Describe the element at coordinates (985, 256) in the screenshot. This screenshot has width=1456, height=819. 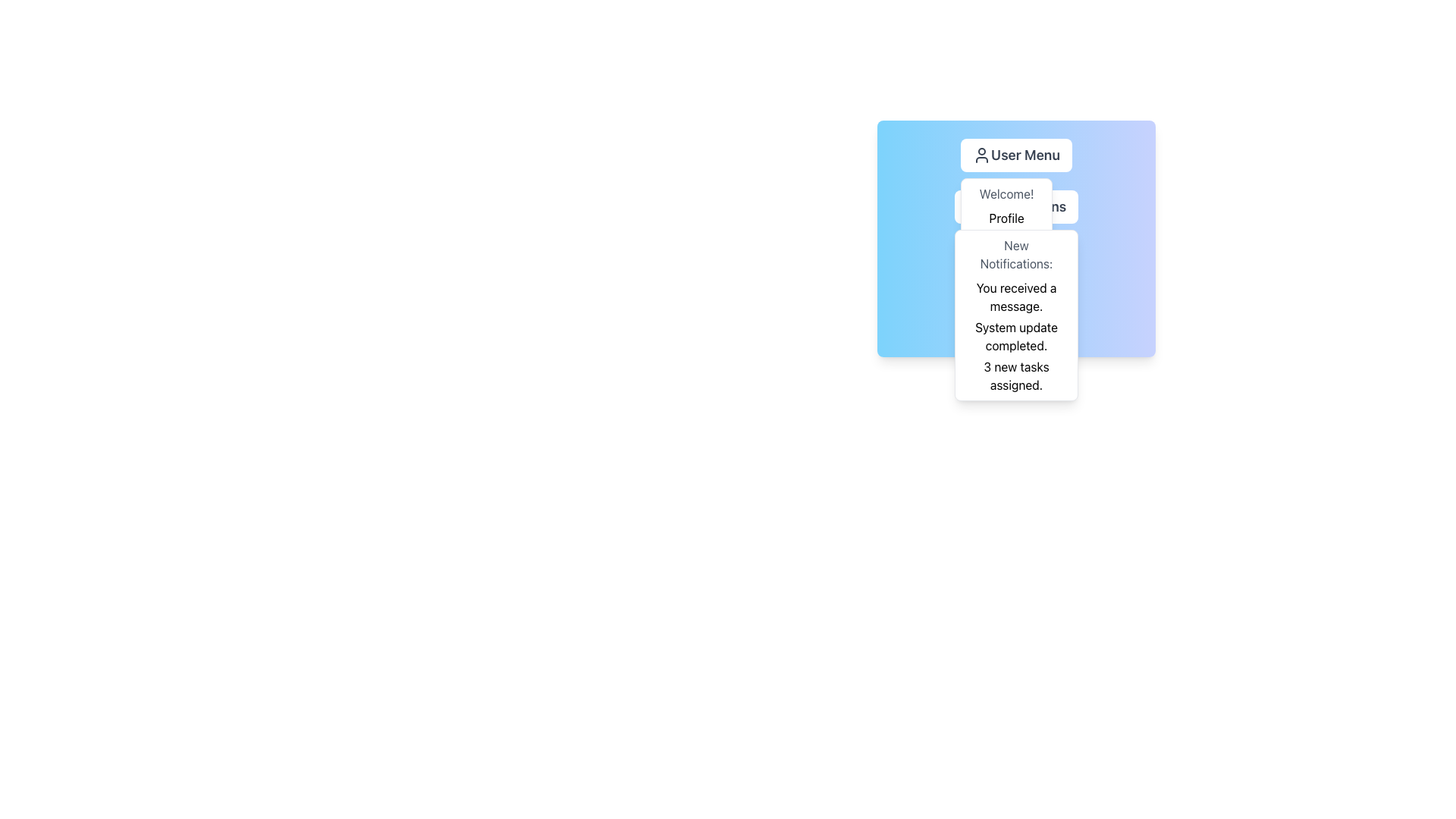
I see `the notification icon located to the left of the 'New Notifications:' text in the dropdown menu, as it serves as a visual indicator for new messages` at that location.